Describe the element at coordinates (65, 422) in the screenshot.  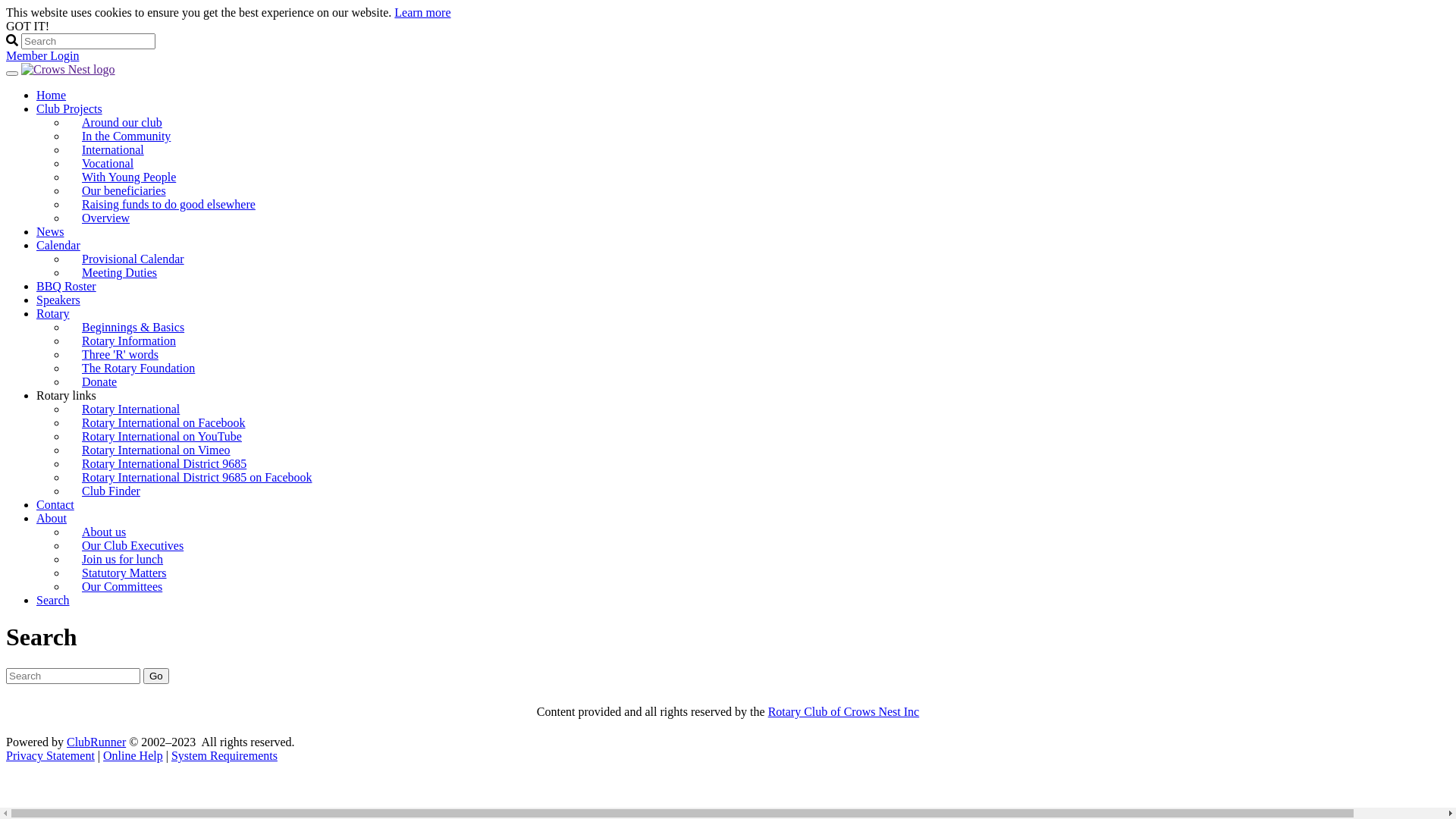
I see `'Rotary International on Facebook'` at that location.